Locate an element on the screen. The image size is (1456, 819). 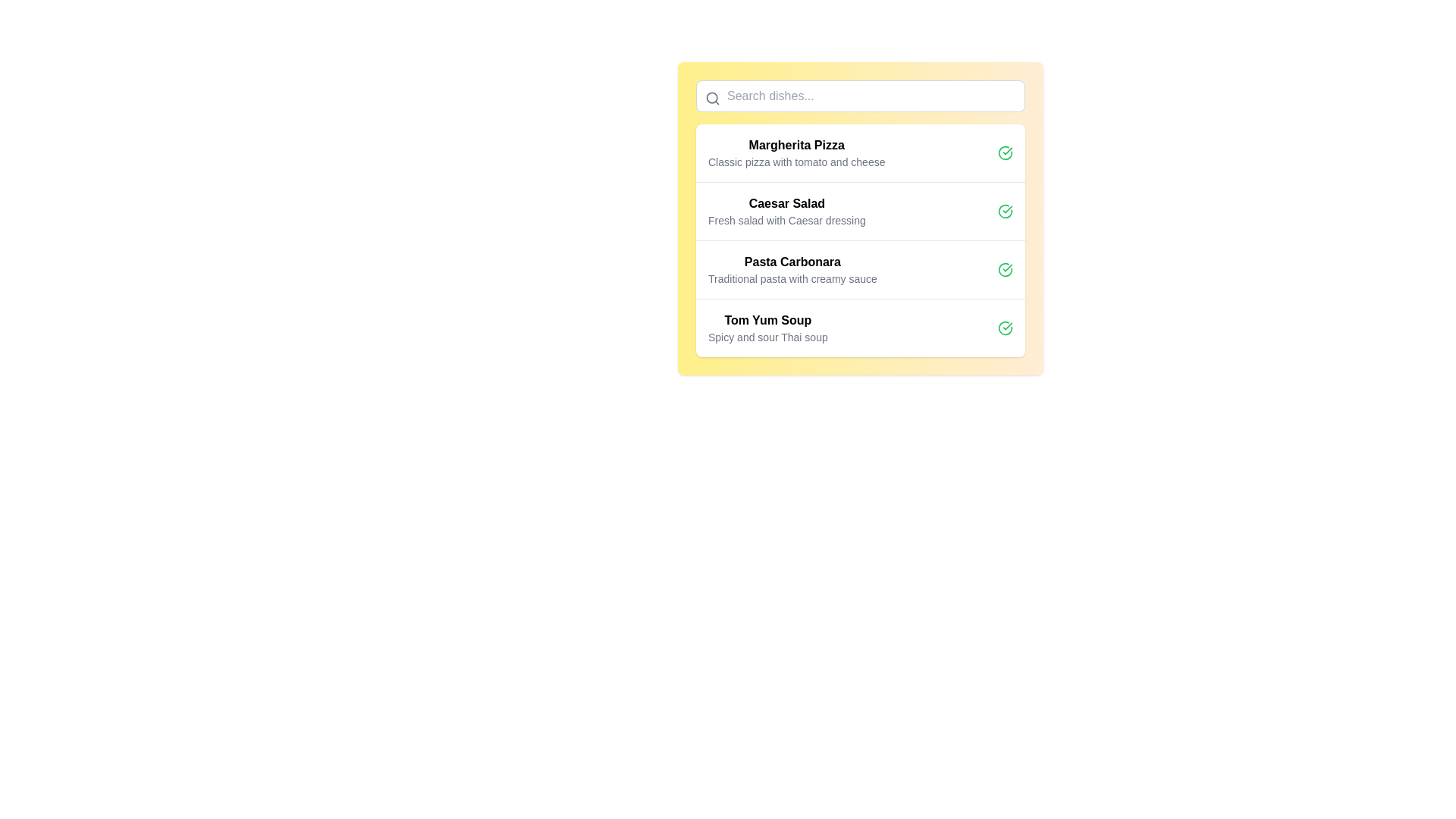
the 'Margherita Pizza' list item is located at coordinates (860, 152).